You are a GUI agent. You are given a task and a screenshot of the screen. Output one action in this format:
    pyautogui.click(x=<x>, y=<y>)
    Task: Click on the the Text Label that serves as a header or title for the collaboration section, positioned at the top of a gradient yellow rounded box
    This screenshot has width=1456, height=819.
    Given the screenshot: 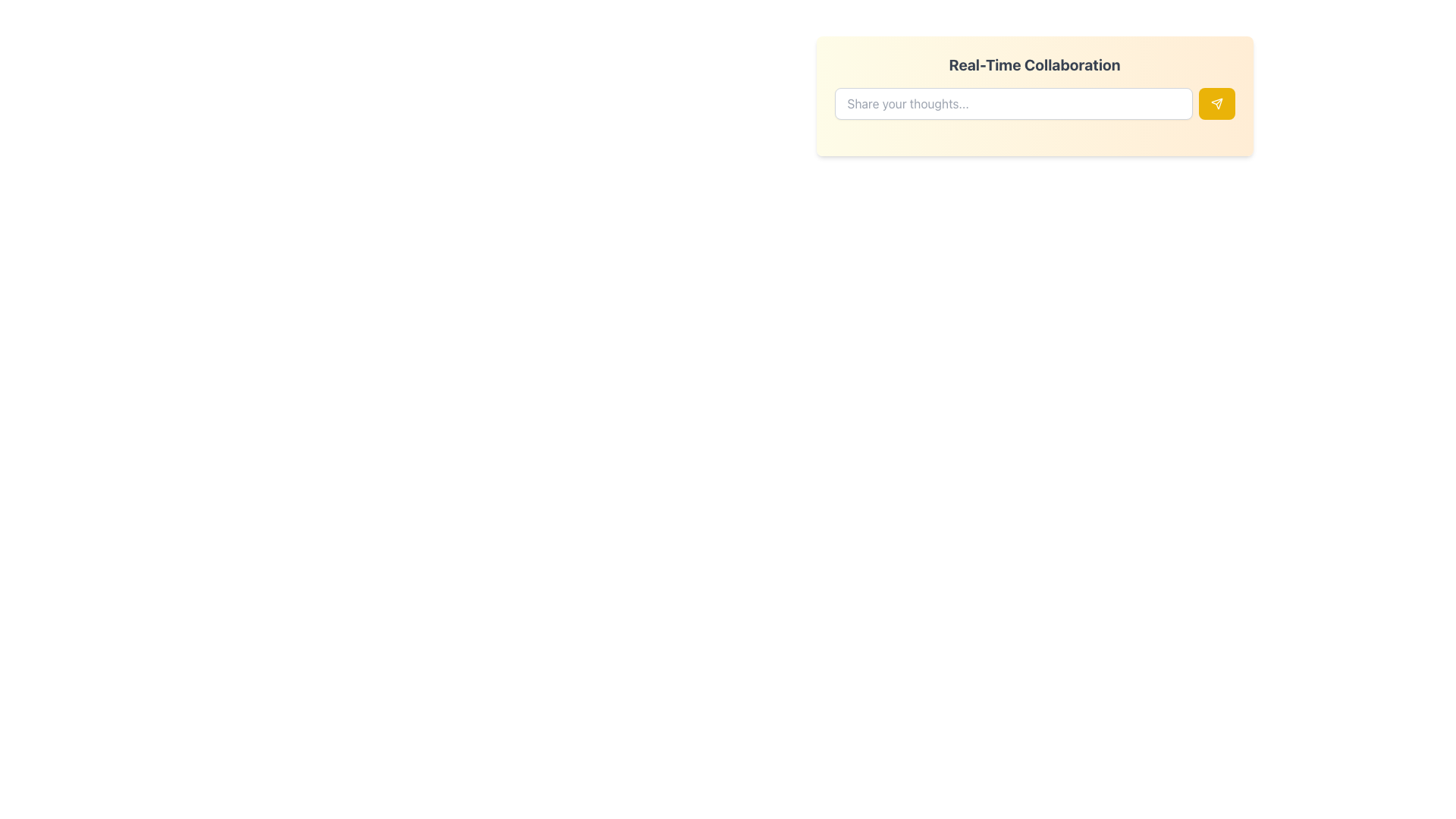 What is the action you would take?
    pyautogui.click(x=1034, y=64)
    